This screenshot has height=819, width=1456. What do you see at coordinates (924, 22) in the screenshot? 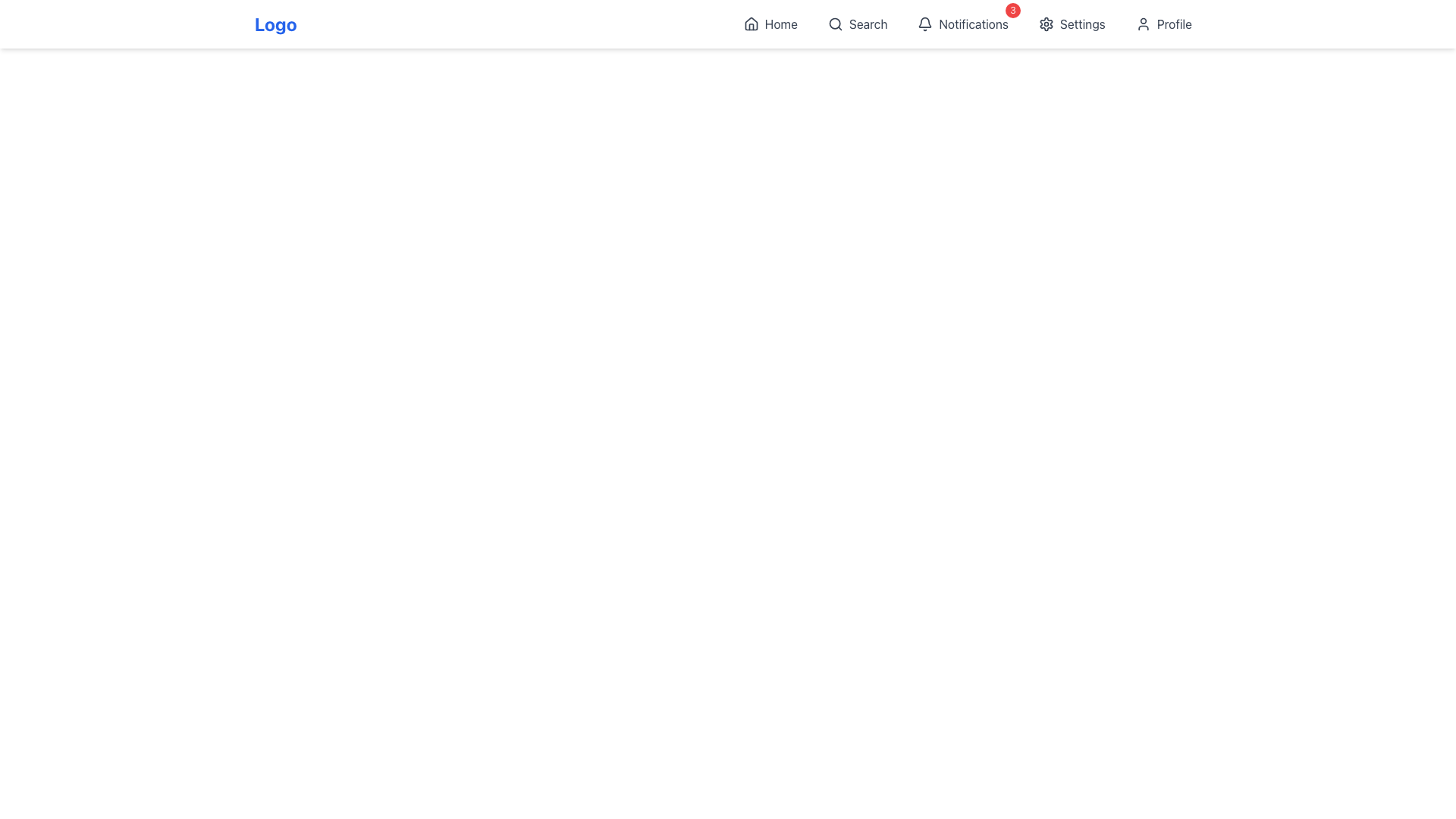
I see `the bell-shaped notification icon located in the upper-right navigation bar` at bounding box center [924, 22].